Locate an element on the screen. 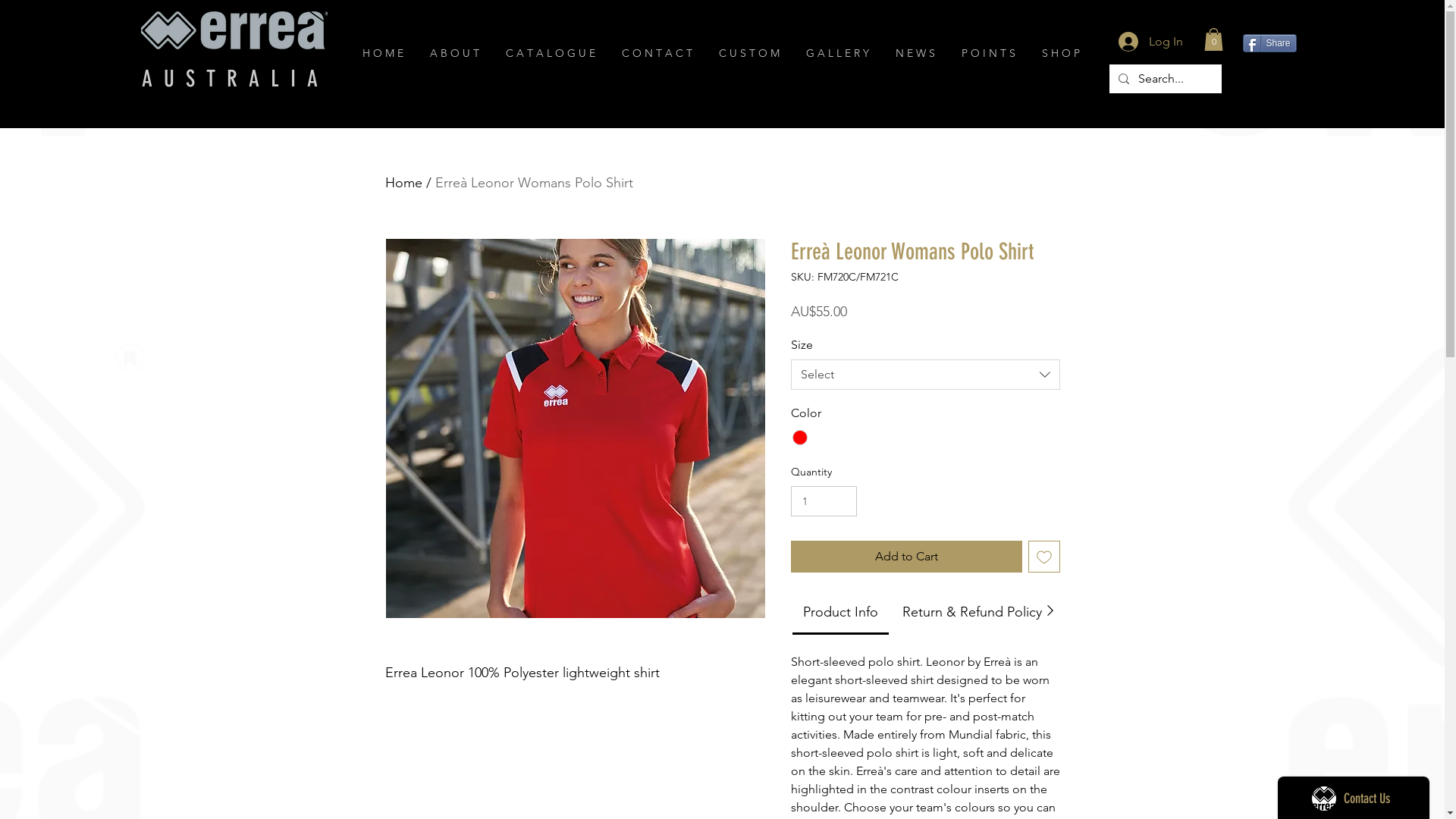 The height and width of the screenshot is (819, 1456). 'C A T A L O G U E' is located at coordinates (551, 52).